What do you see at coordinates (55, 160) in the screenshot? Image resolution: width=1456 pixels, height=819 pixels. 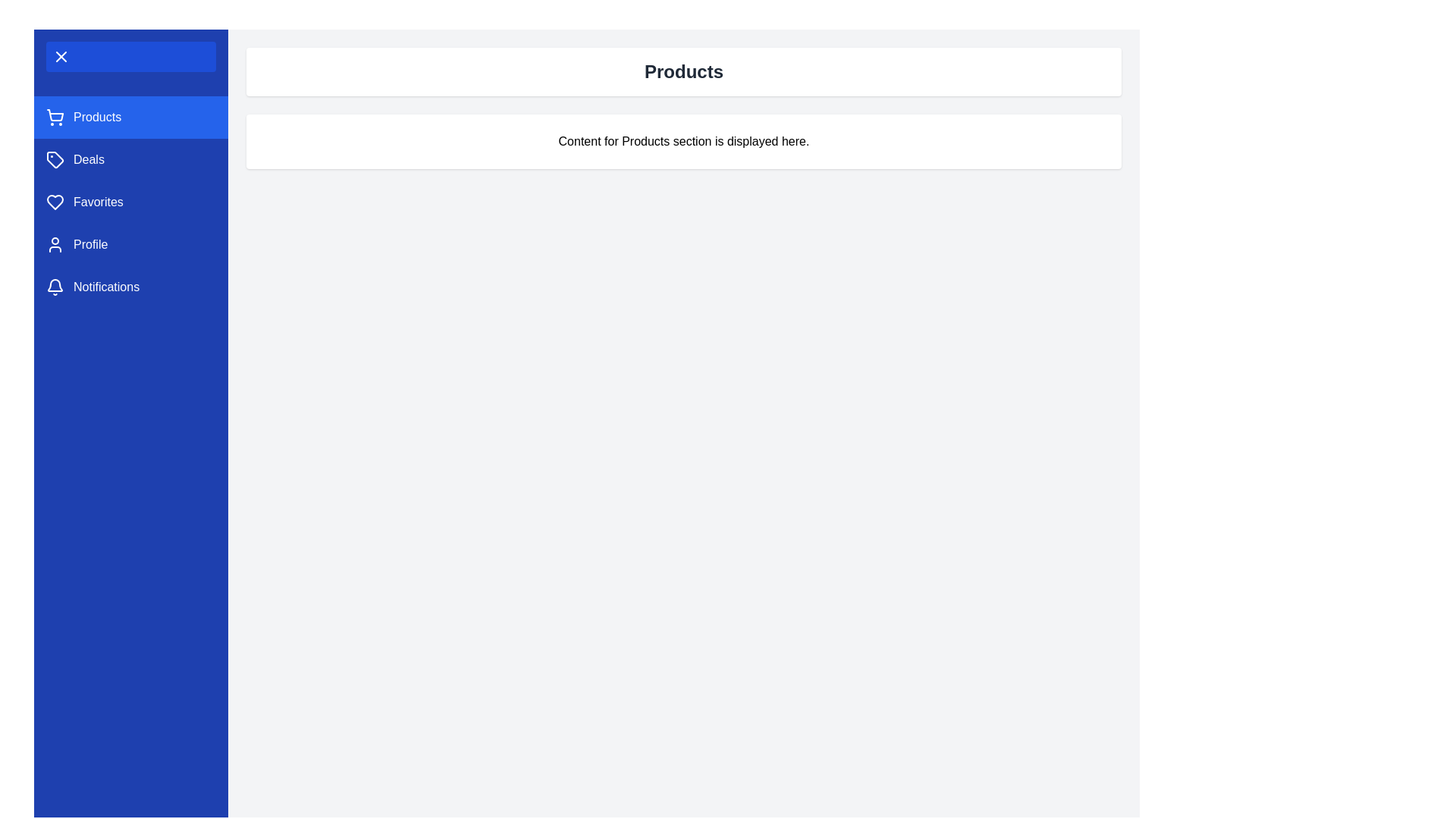 I see `the tag icon located to the left of the 'Deals' text in the vertical navigation section` at bounding box center [55, 160].